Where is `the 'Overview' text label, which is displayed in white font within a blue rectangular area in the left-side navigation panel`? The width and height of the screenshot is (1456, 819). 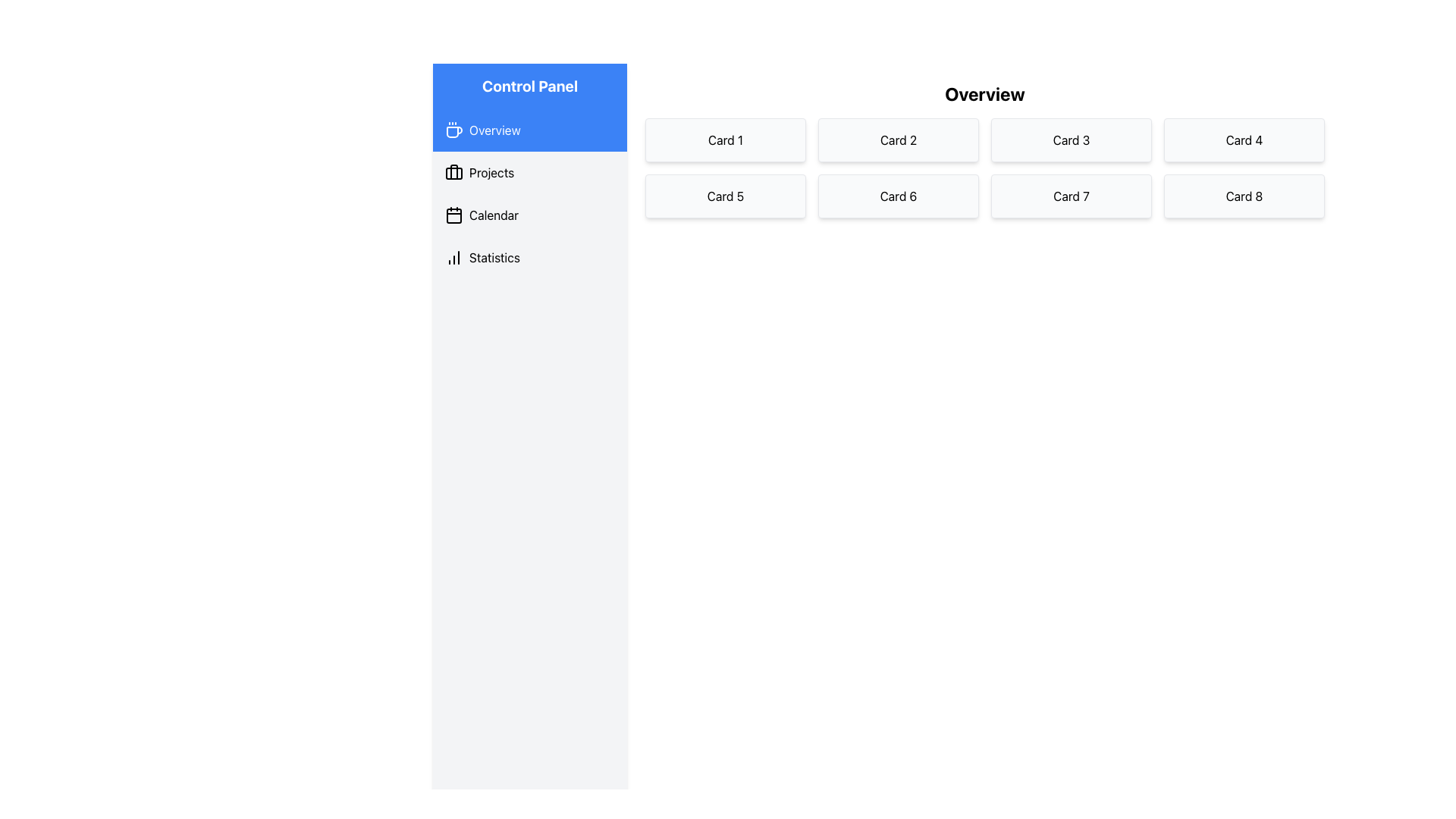
the 'Overview' text label, which is displayed in white font within a blue rectangular area in the left-side navigation panel is located at coordinates (494, 130).